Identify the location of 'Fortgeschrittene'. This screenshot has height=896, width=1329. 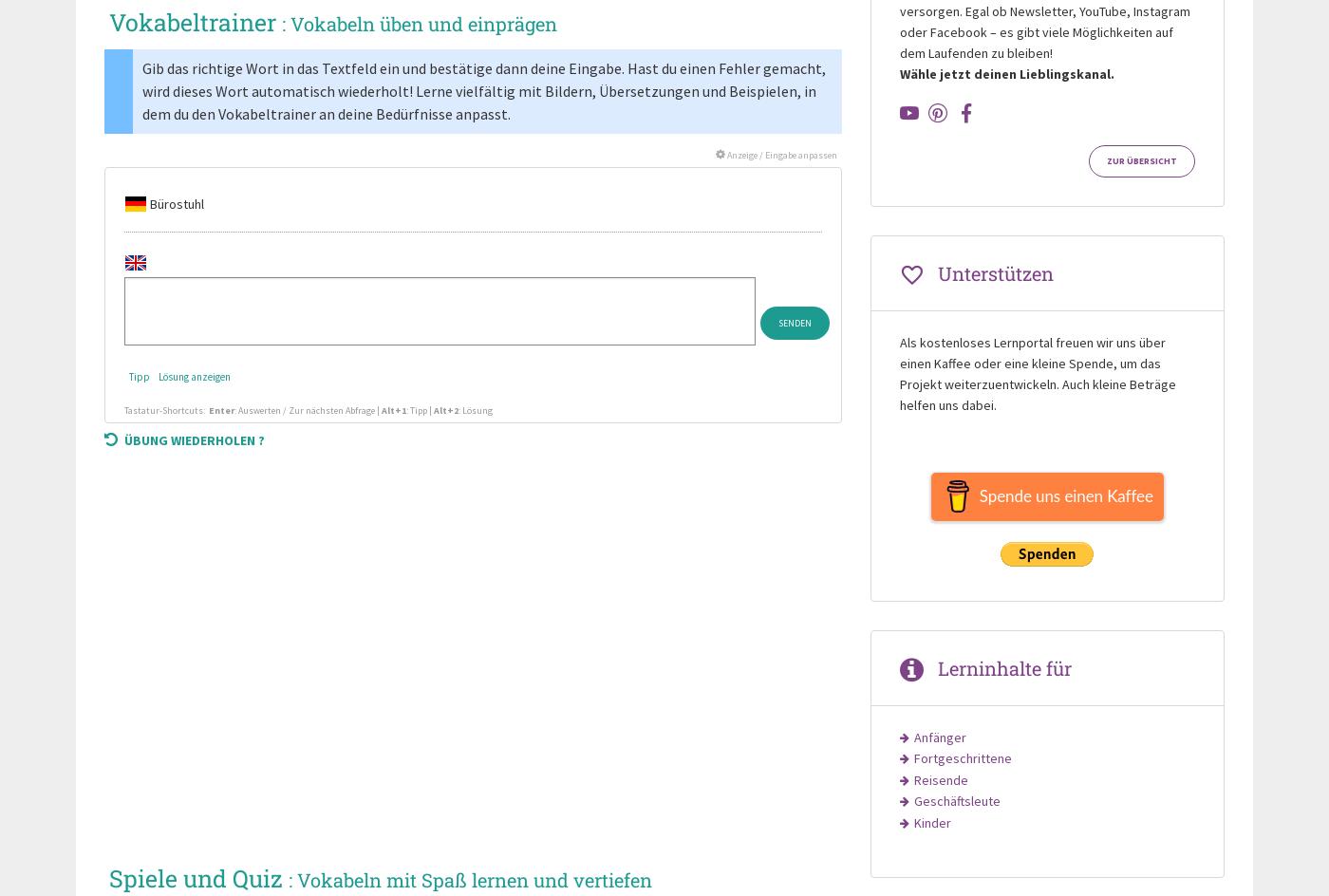
(962, 757).